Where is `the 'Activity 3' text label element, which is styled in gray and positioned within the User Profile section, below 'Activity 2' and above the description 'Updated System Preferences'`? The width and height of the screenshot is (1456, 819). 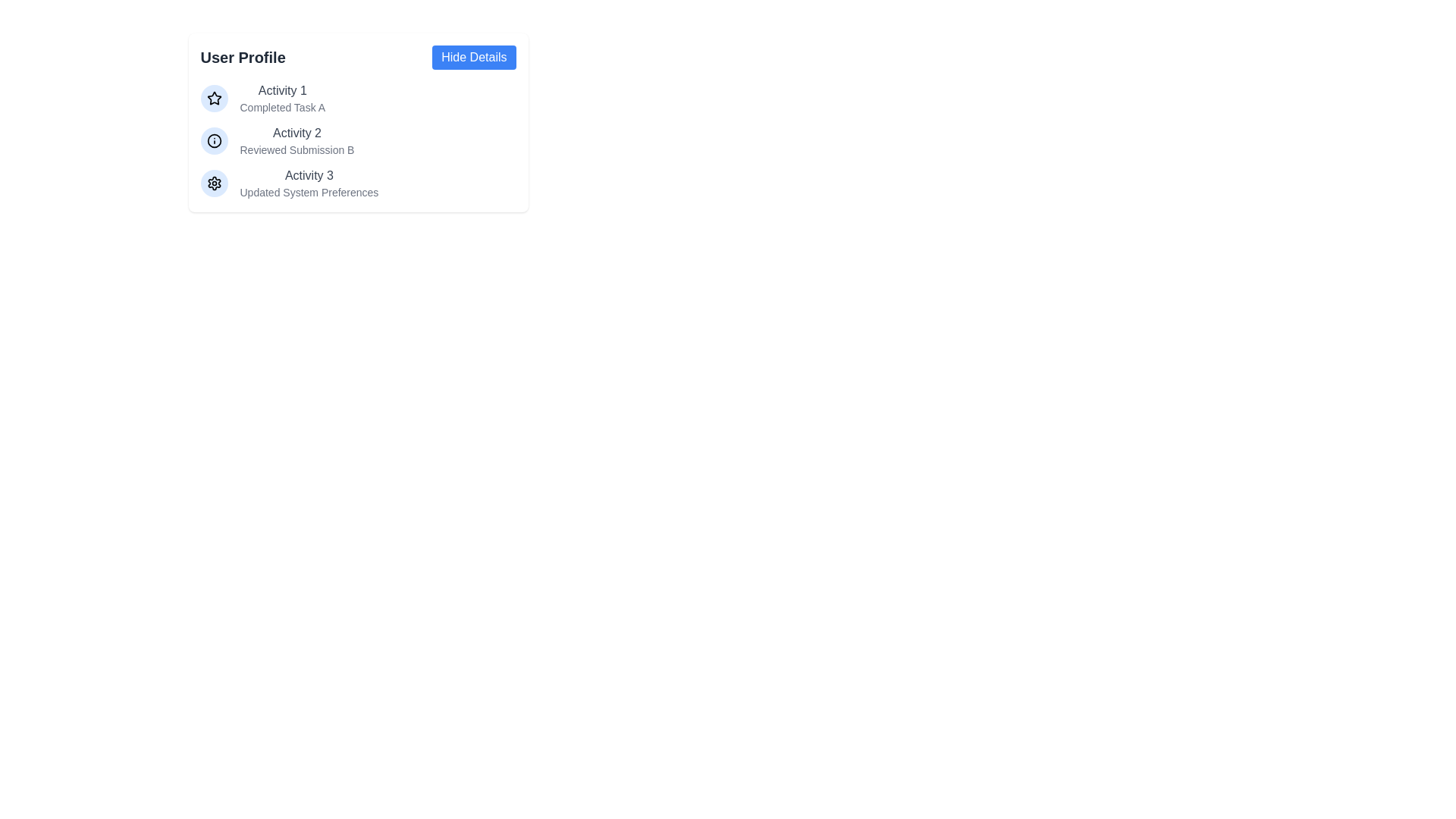
the 'Activity 3' text label element, which is styled in gray and positioned within the User Profile section, below 'Activity 2' and above the description 'Updated System Preferences' is located at coordinates (309, 174).